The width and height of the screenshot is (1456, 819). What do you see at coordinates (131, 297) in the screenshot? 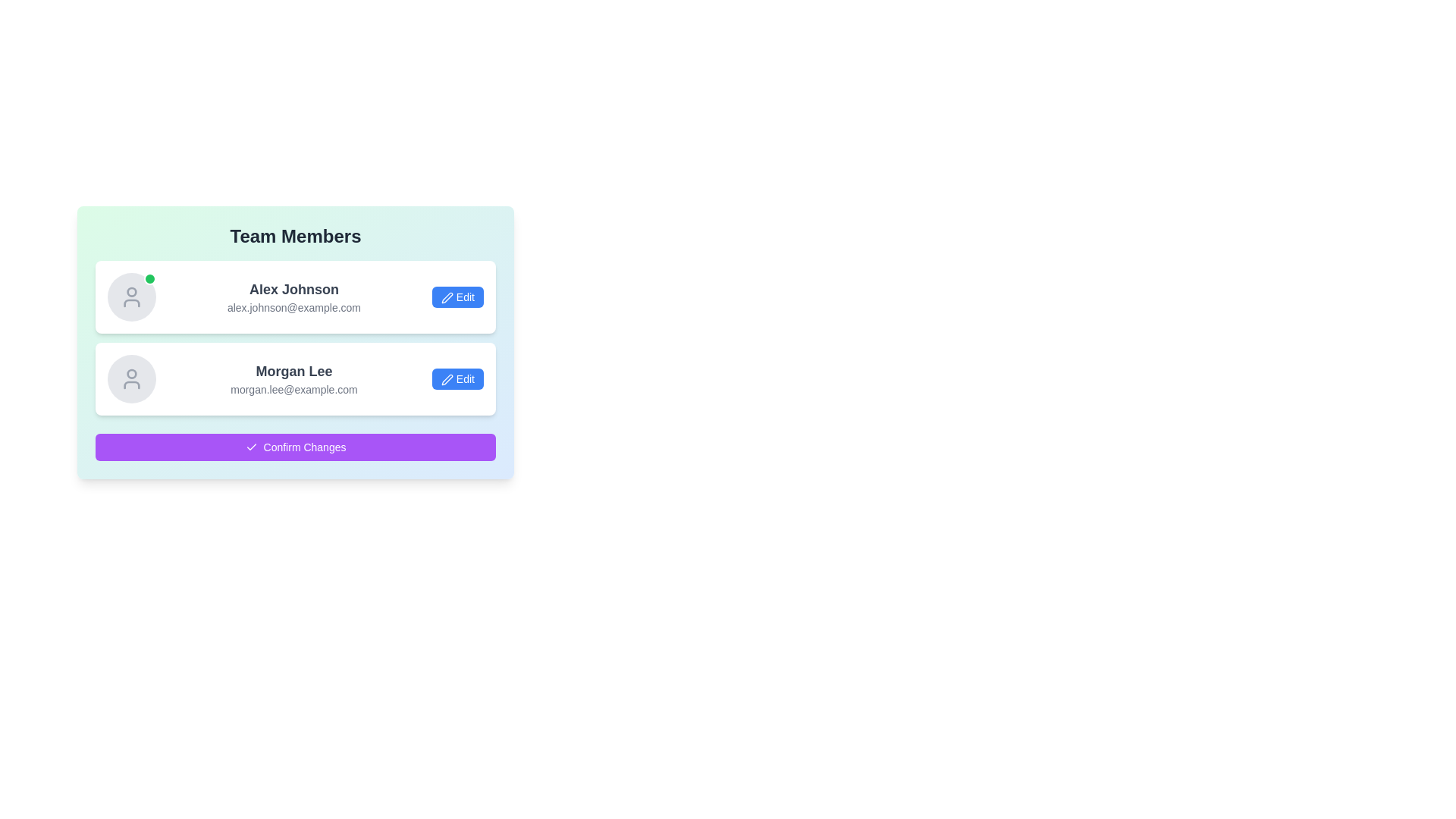
I see `the user profile icon, which is a circular icon outlined in gray with a minimalistic head and shoulders design, located within the rounded light-gray background of the 'Alex Johnson' user information row` at bounding box center [131, 297].